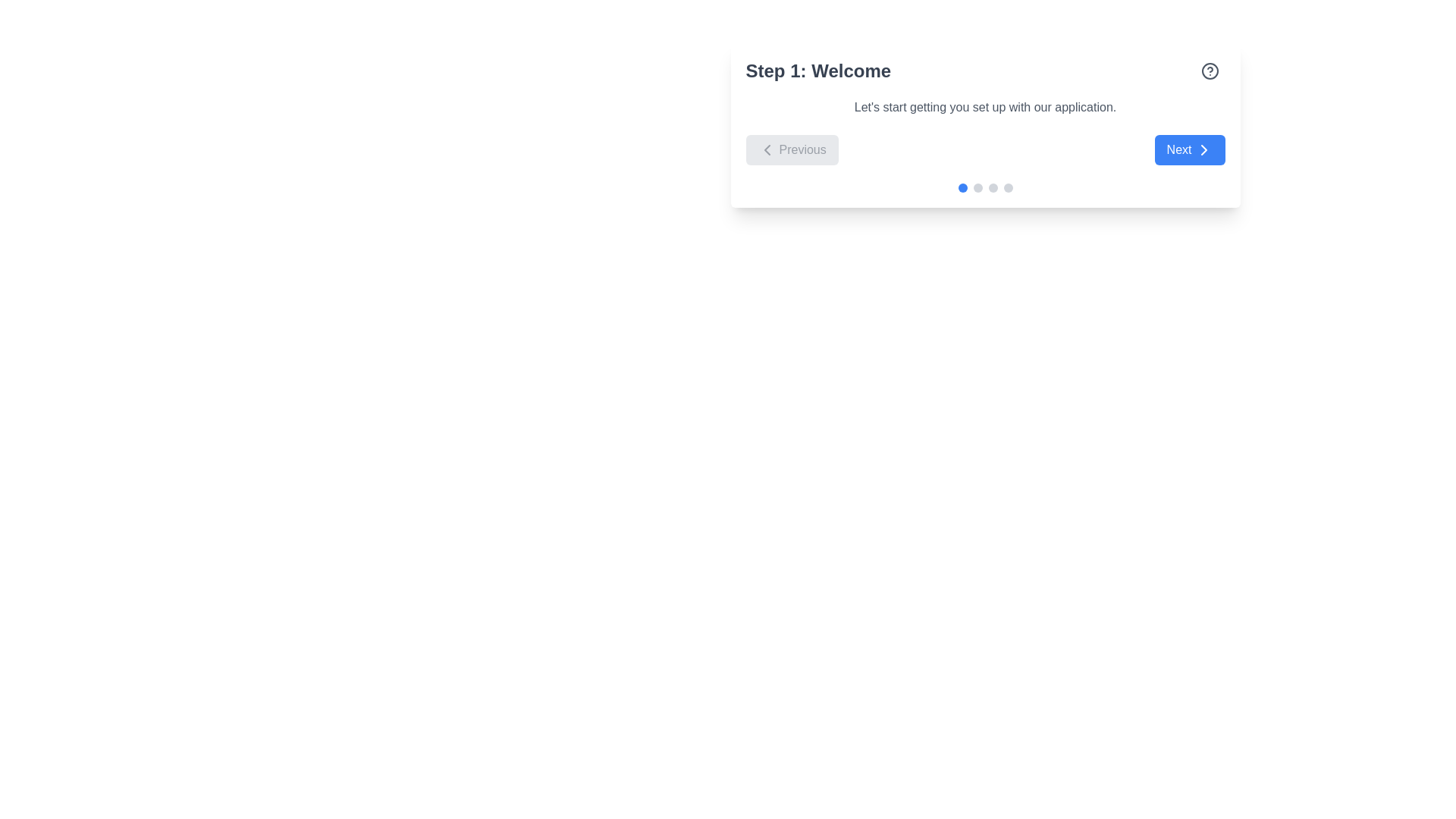 The width and height of the screenshot is (1456, 819). I want to click on the left arrow icon located at the very left of the 'Previous' button to navigate to the previous item in the sequence, so click(767, 149).